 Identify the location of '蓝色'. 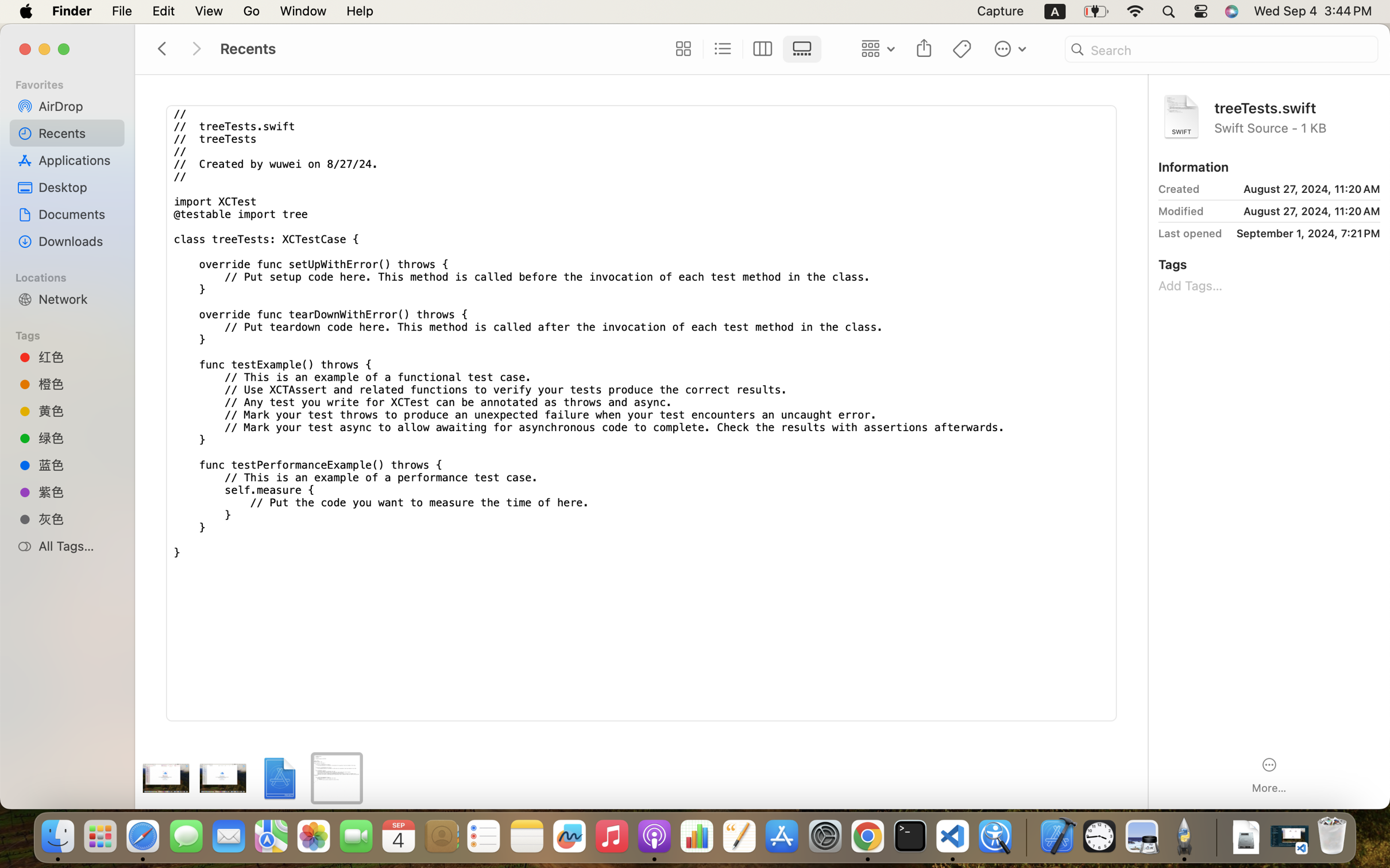
(77, 464).